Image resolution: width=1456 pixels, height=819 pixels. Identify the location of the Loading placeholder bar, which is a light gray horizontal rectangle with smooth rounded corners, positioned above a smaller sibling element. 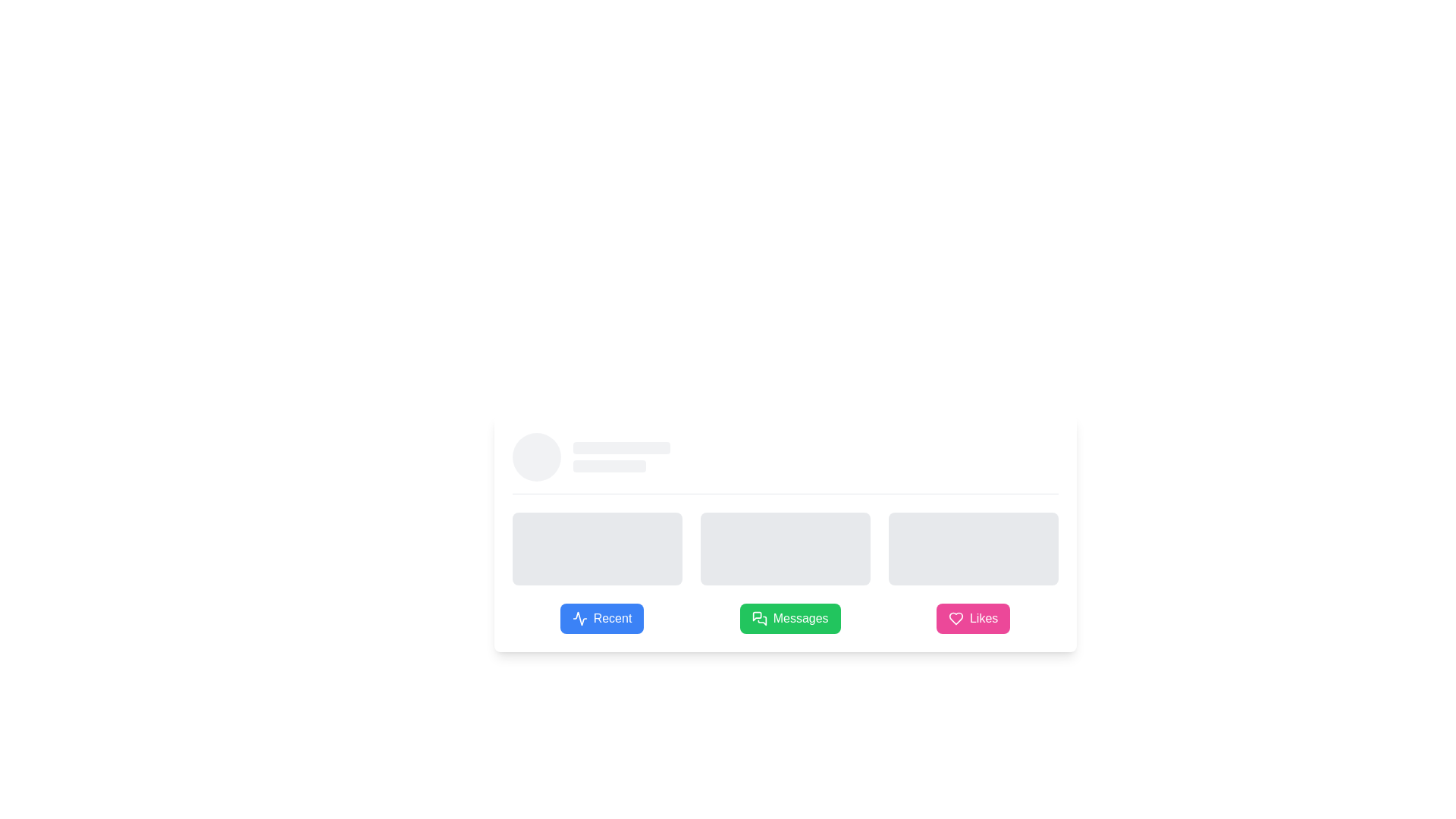
(621, 447).